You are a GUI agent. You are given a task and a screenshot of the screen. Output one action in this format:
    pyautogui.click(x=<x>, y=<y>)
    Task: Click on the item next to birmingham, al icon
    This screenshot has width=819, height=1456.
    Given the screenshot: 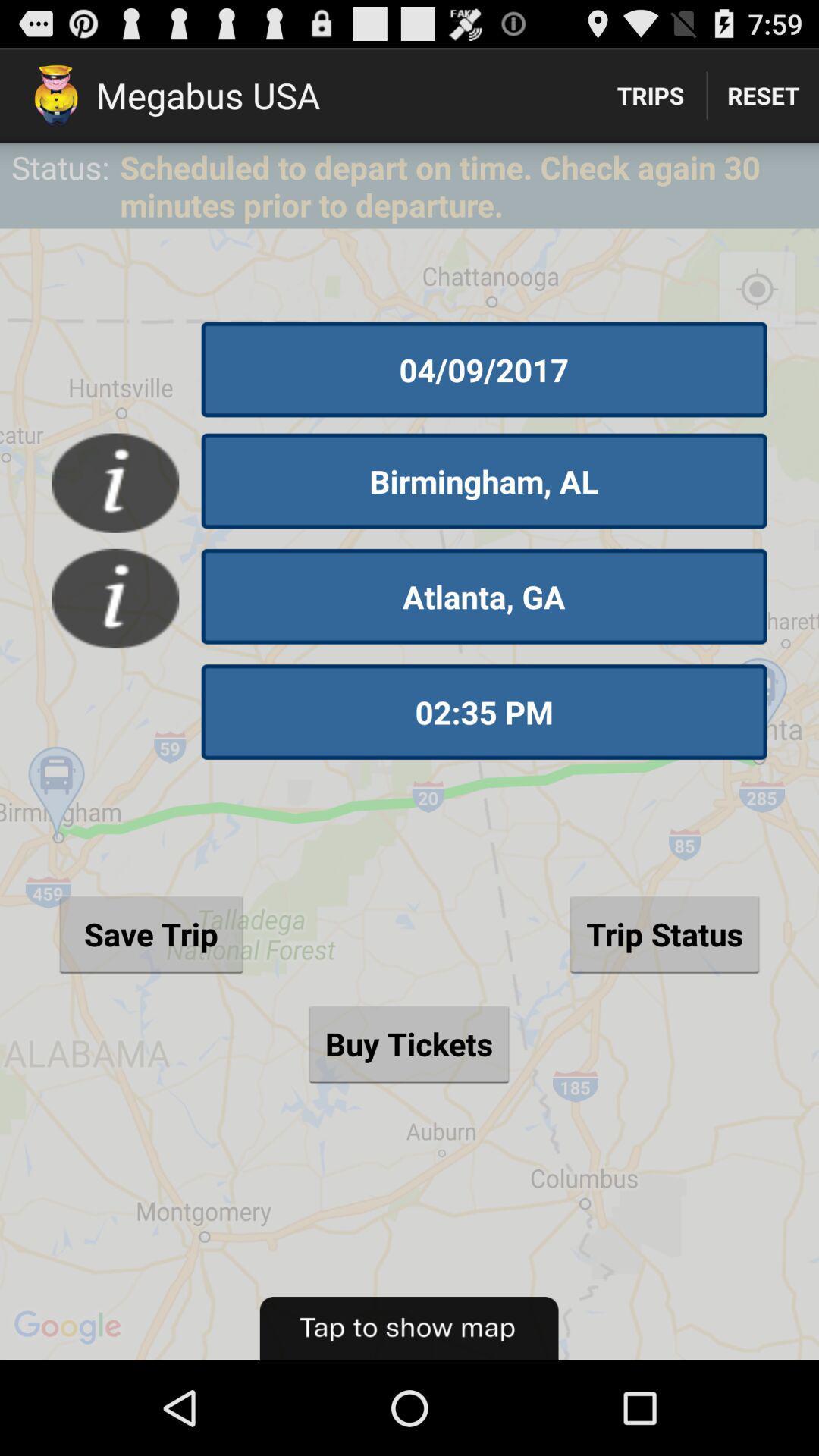 What is the action you would take?
    pyautogui.click(x=115, y=482)
    